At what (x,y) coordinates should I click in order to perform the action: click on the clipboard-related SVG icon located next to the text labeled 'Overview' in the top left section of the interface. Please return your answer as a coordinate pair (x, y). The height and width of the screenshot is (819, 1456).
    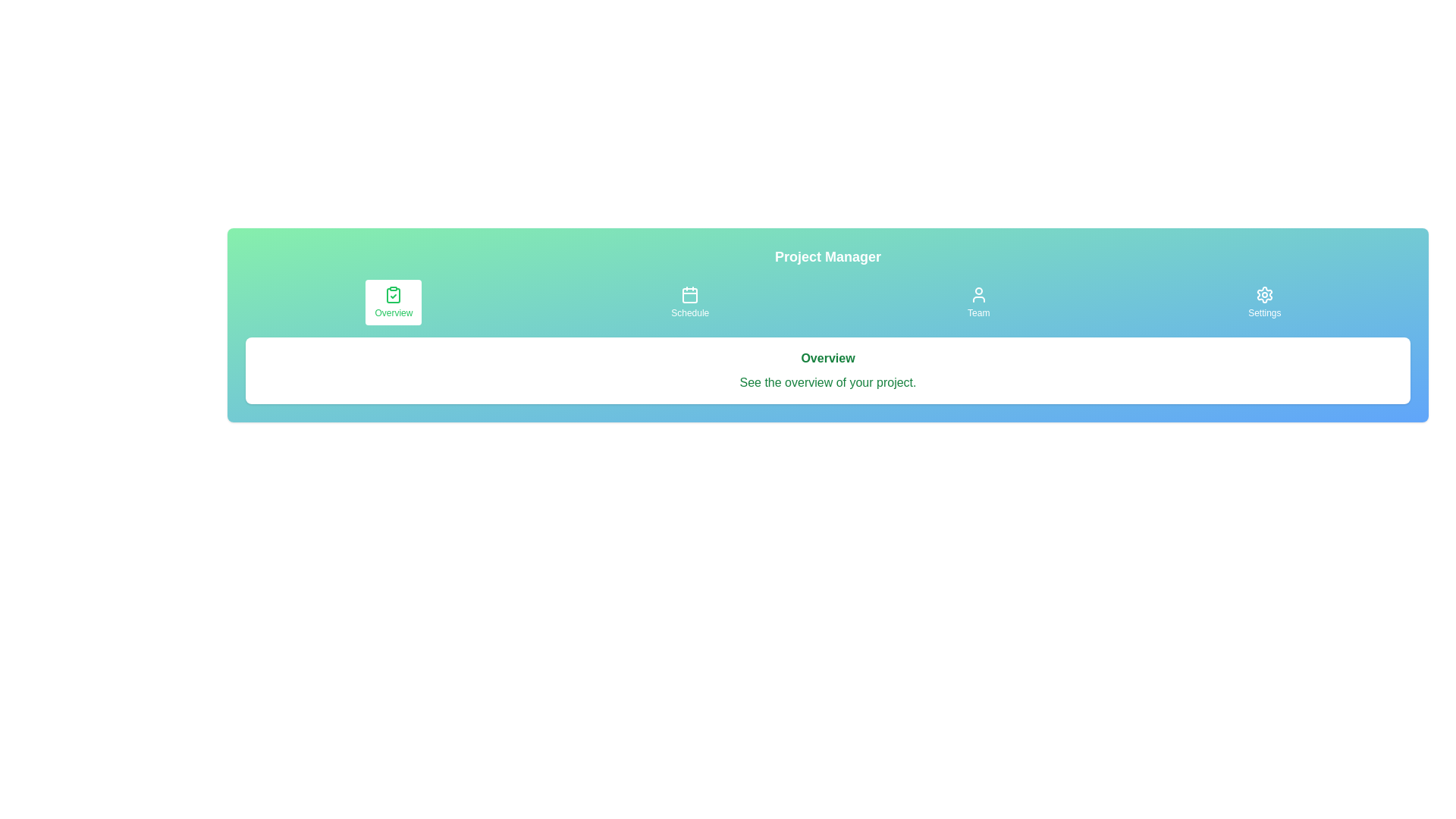
    Looking at the image, I should click on (394, 295).